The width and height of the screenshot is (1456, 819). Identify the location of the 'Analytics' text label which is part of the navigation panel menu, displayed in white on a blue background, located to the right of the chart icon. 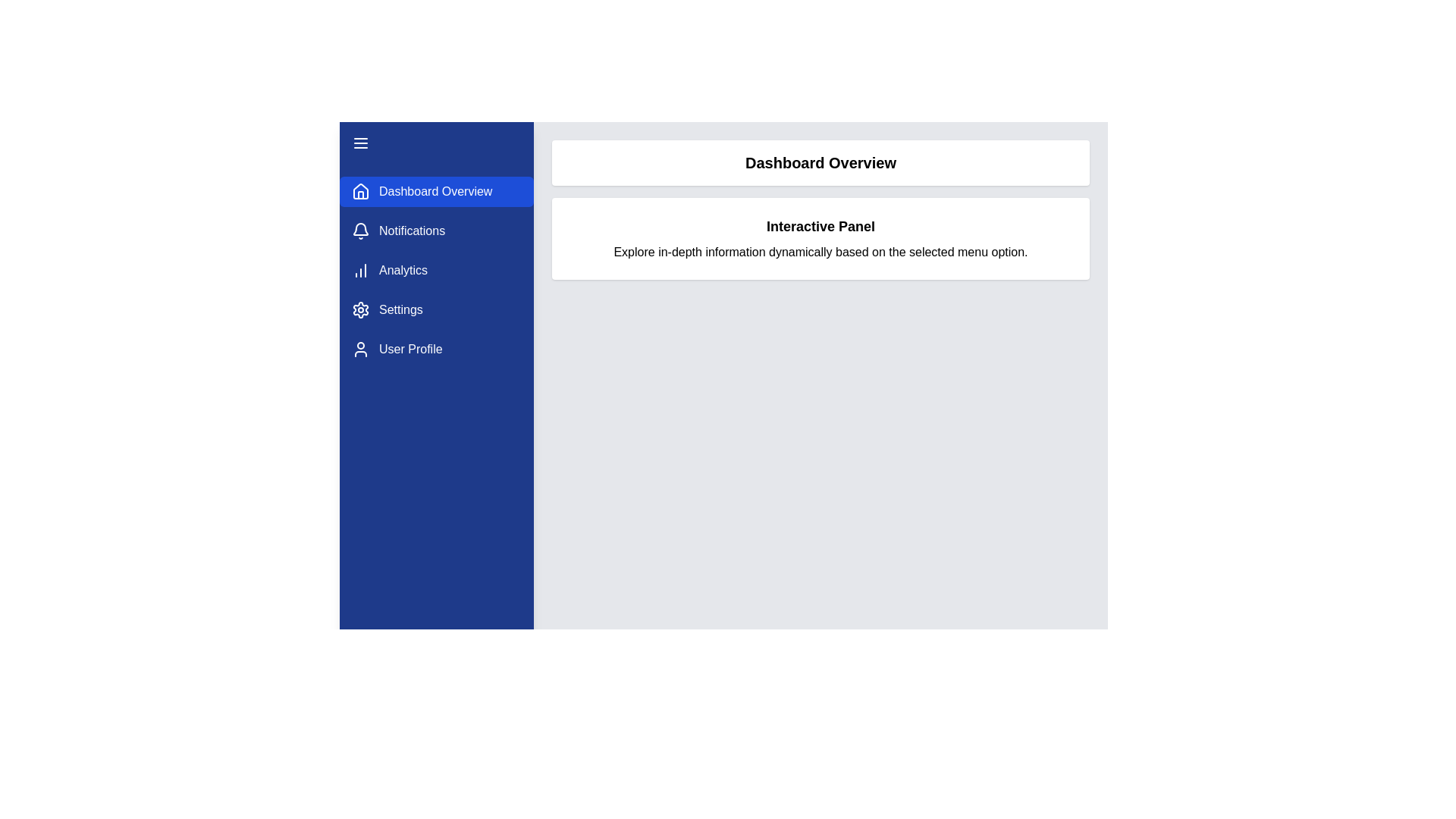
(403, 270).